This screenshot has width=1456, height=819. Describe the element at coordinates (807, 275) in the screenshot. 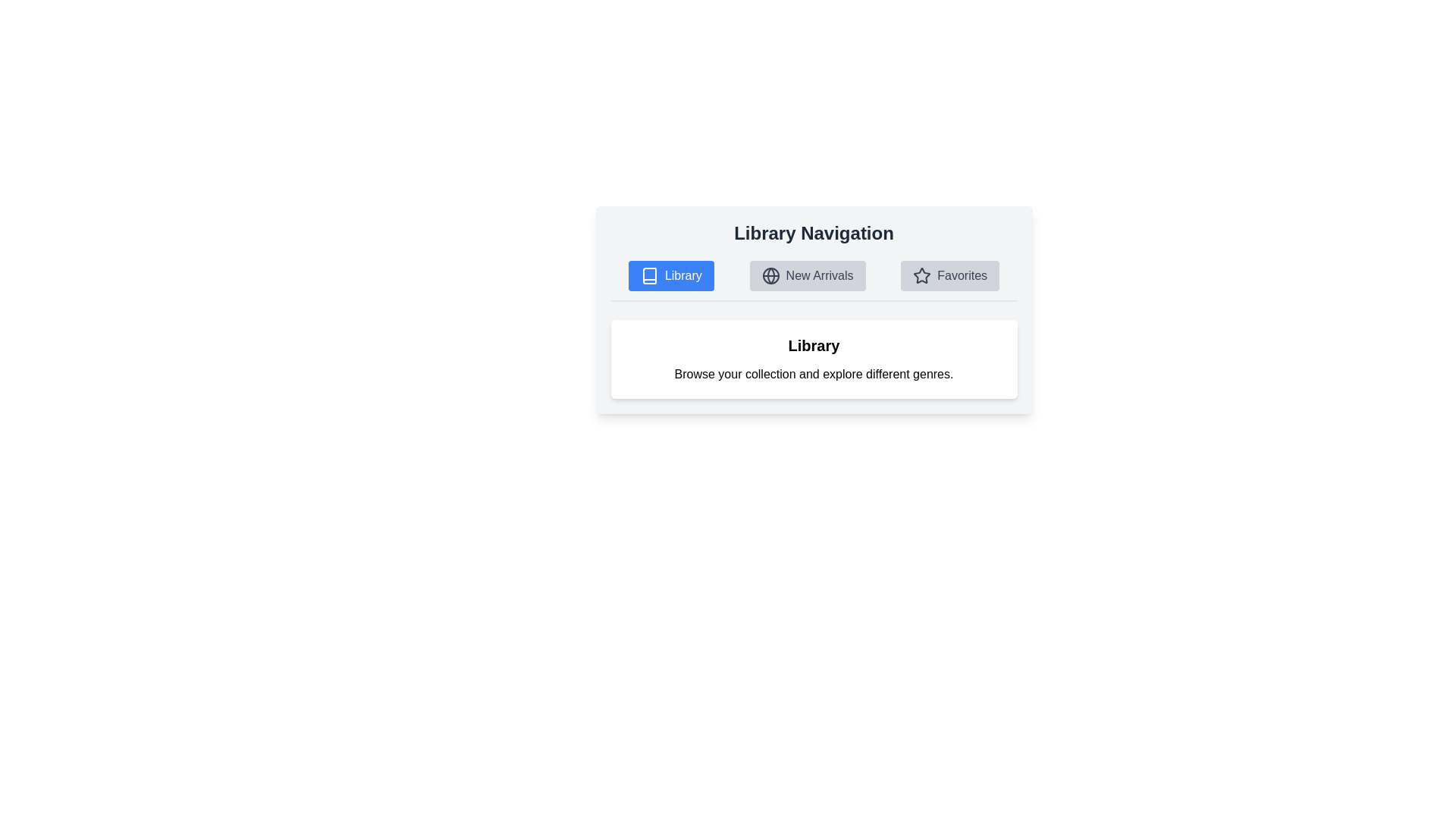

I see `the New Arrivals tab` at that location.